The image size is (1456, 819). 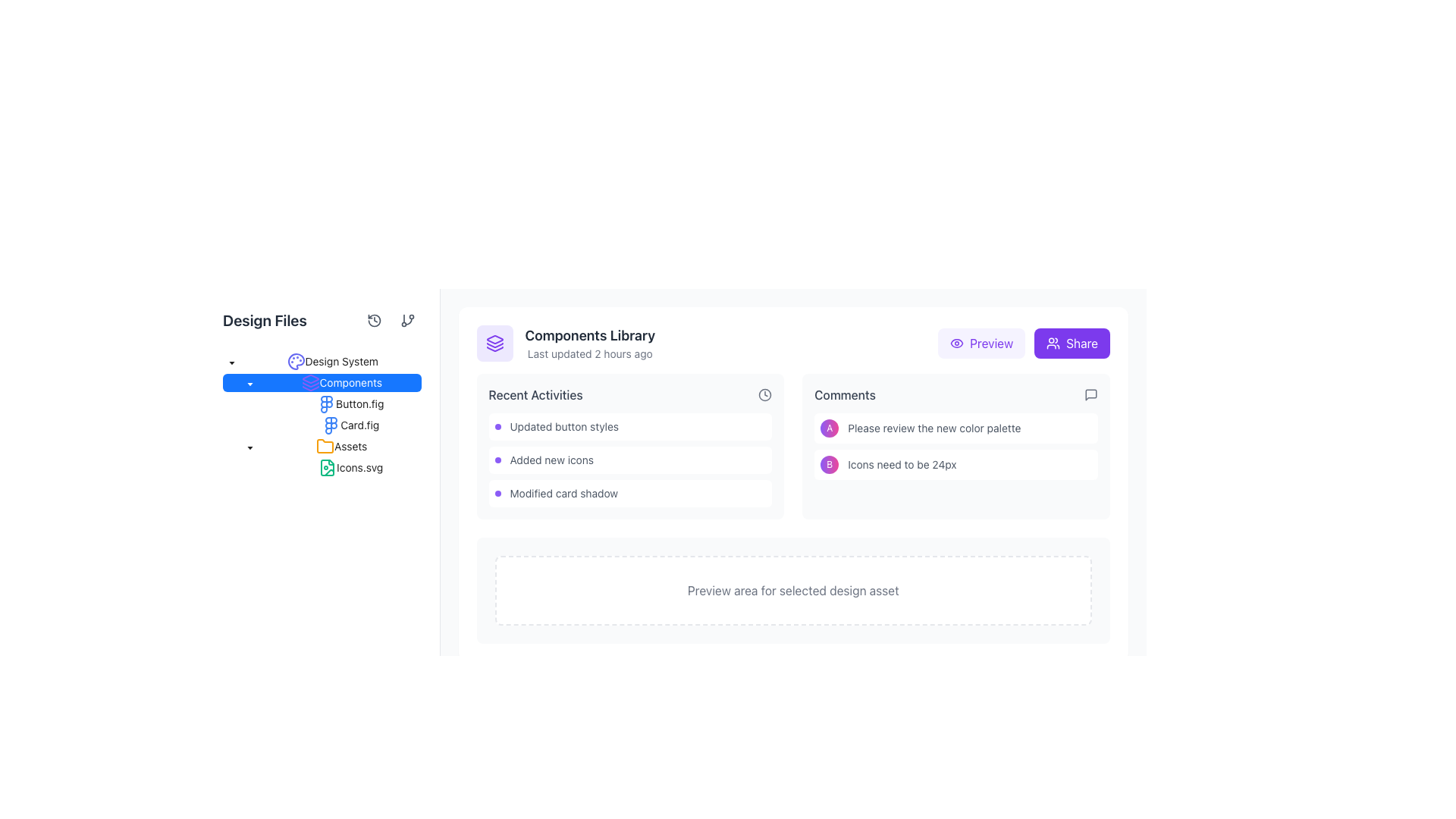 What do you see at coordinates (1090, 394) in the screenshot?
I see `the comments icon located in the upper-right corner of the 'Comments' section` at bounding box center [1090, 394].